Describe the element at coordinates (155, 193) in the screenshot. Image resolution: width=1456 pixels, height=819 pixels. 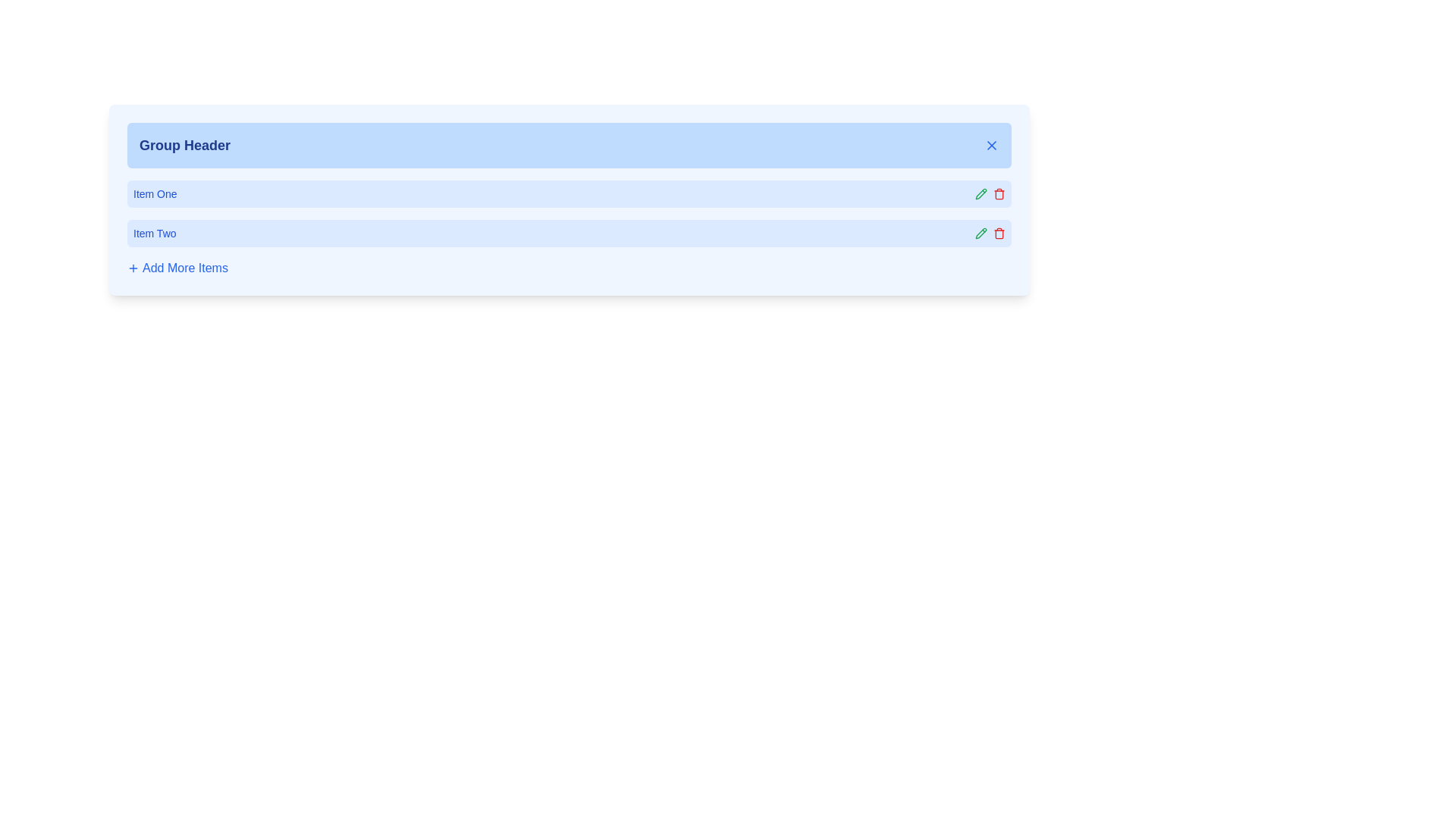
I see `the text label displaying 'Item One', which is styled in blue and located under the 'Group Header'` at that location.